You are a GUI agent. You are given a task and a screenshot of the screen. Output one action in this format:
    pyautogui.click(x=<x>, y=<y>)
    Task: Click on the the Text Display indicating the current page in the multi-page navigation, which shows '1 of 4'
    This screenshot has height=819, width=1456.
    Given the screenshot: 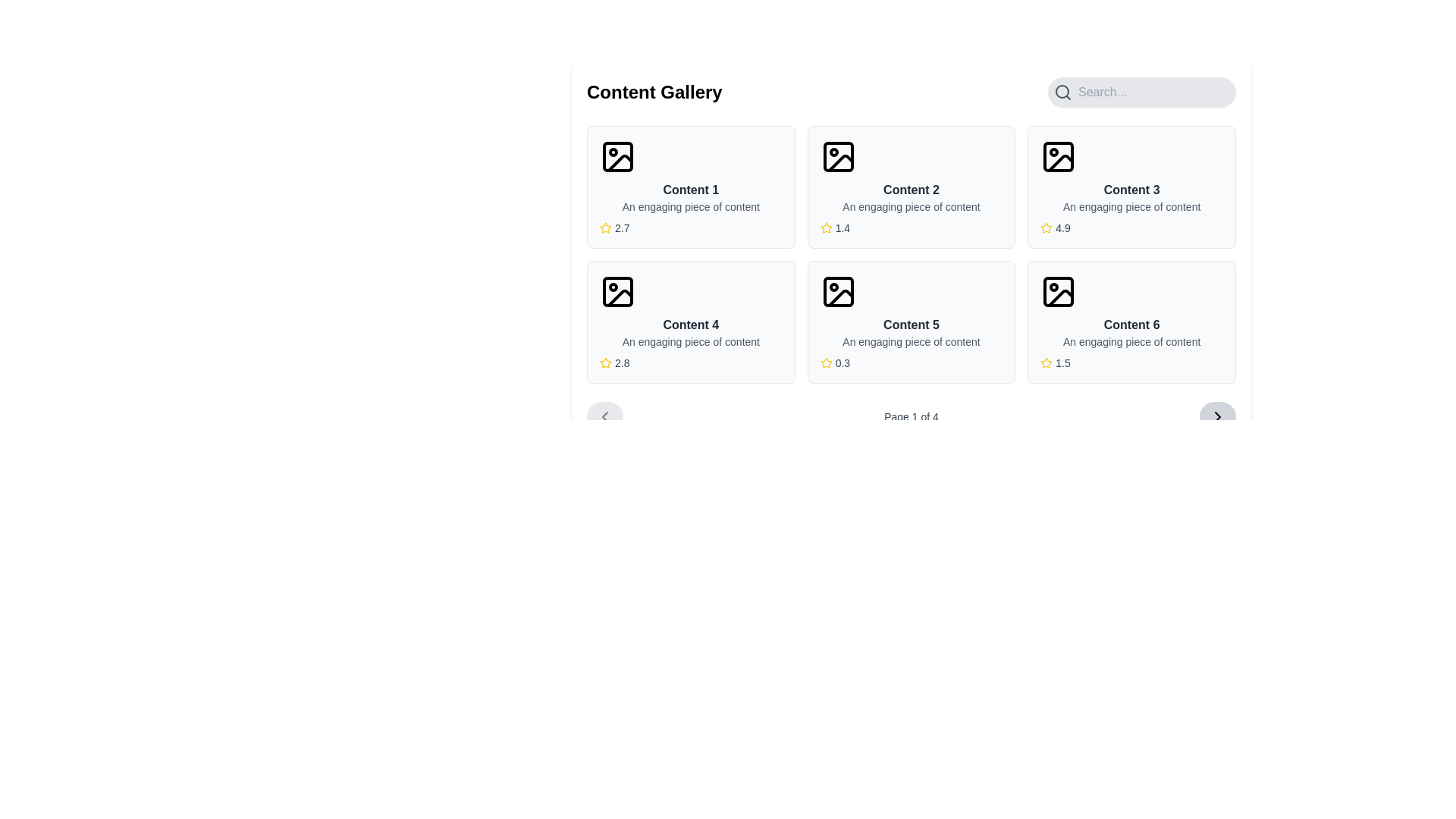 What is the action you would take?
    pyautogui.click(x=910, y=417)
    